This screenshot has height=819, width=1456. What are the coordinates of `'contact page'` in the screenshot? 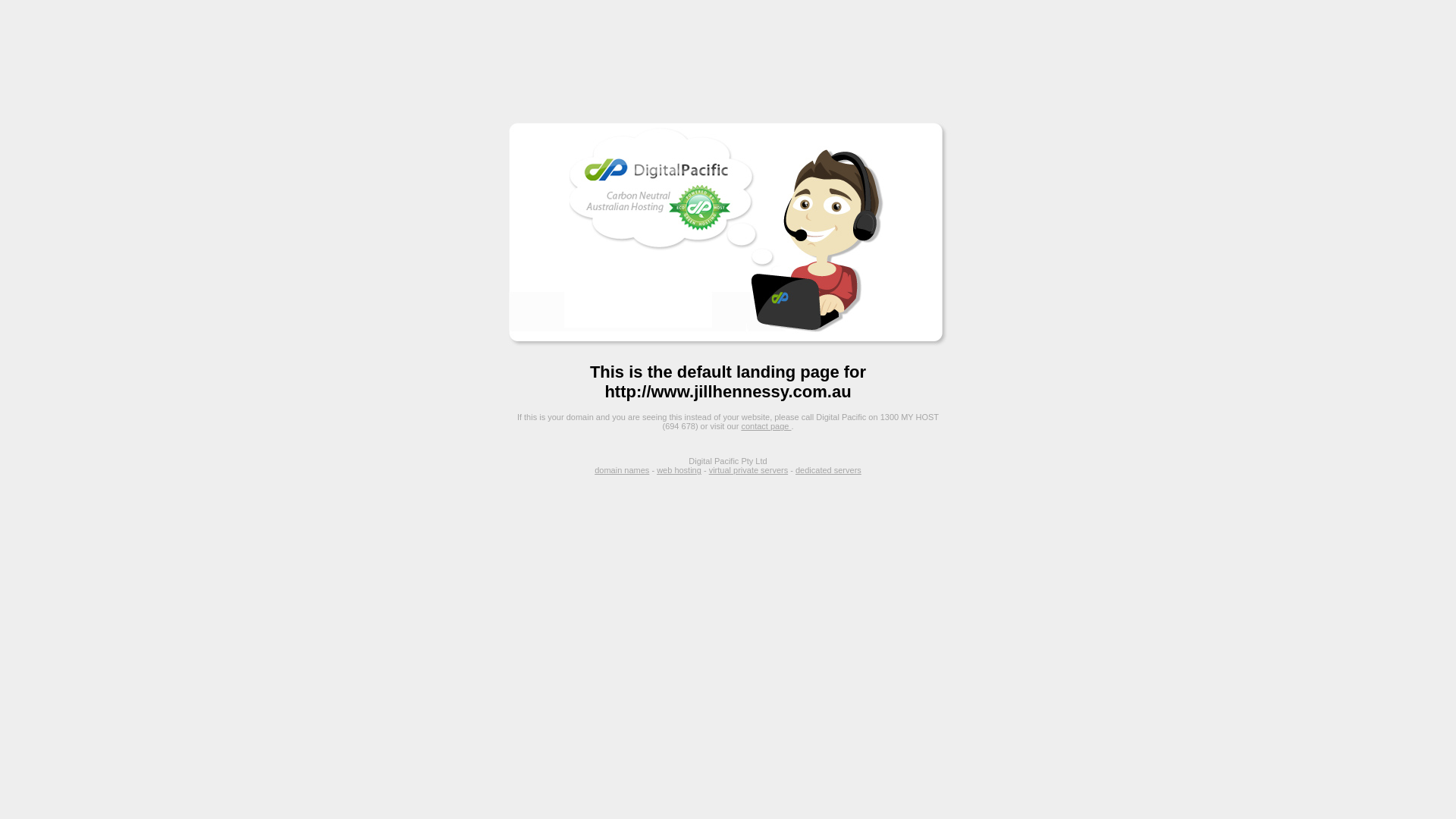 It's located at (765, 426).